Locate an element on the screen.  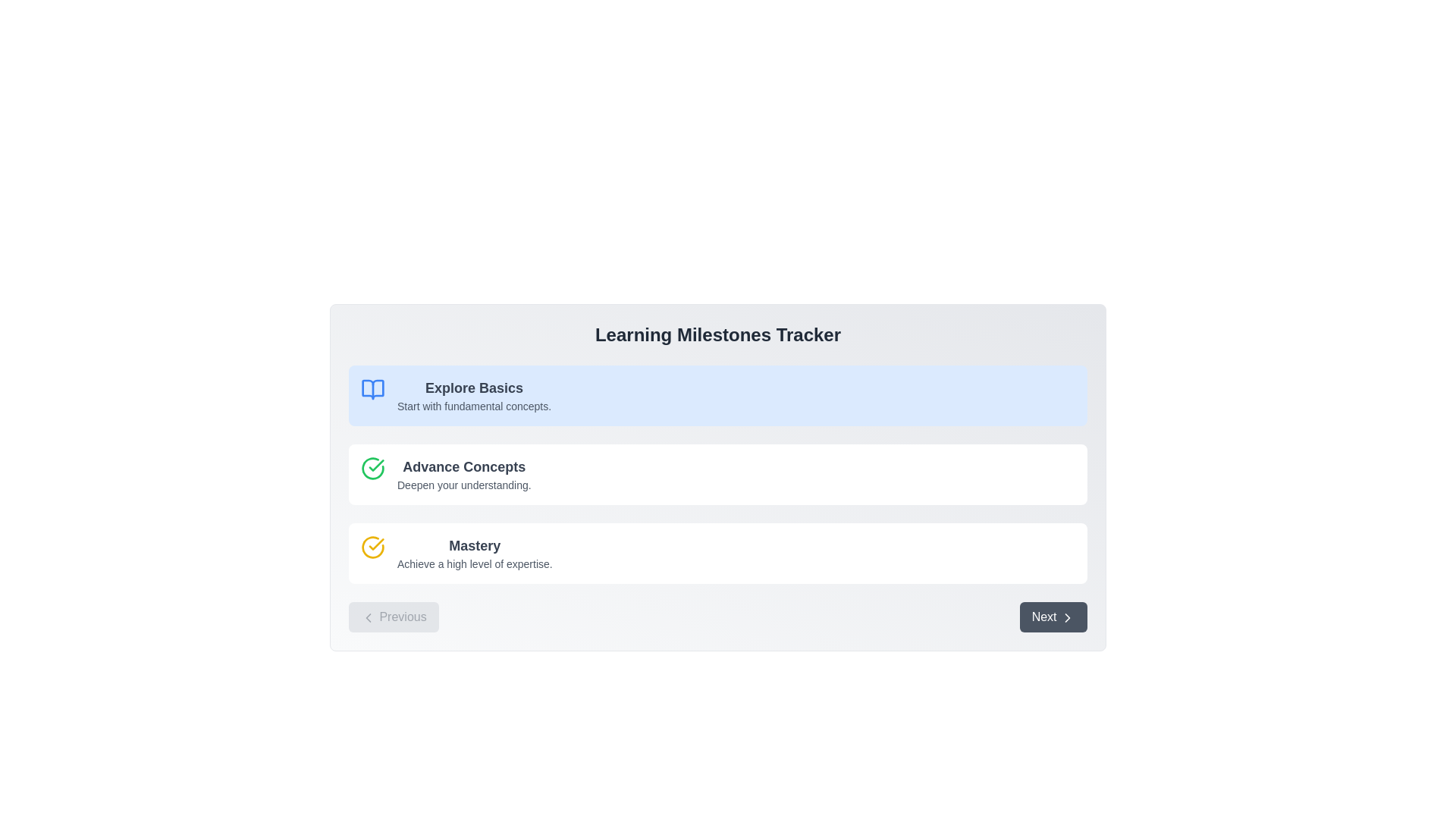
the icon that indicates the completion of the 'Advance Concepts' milestone, positioned within the middle card-like section aligned to the left of the text is located at coordinates (372, 473).